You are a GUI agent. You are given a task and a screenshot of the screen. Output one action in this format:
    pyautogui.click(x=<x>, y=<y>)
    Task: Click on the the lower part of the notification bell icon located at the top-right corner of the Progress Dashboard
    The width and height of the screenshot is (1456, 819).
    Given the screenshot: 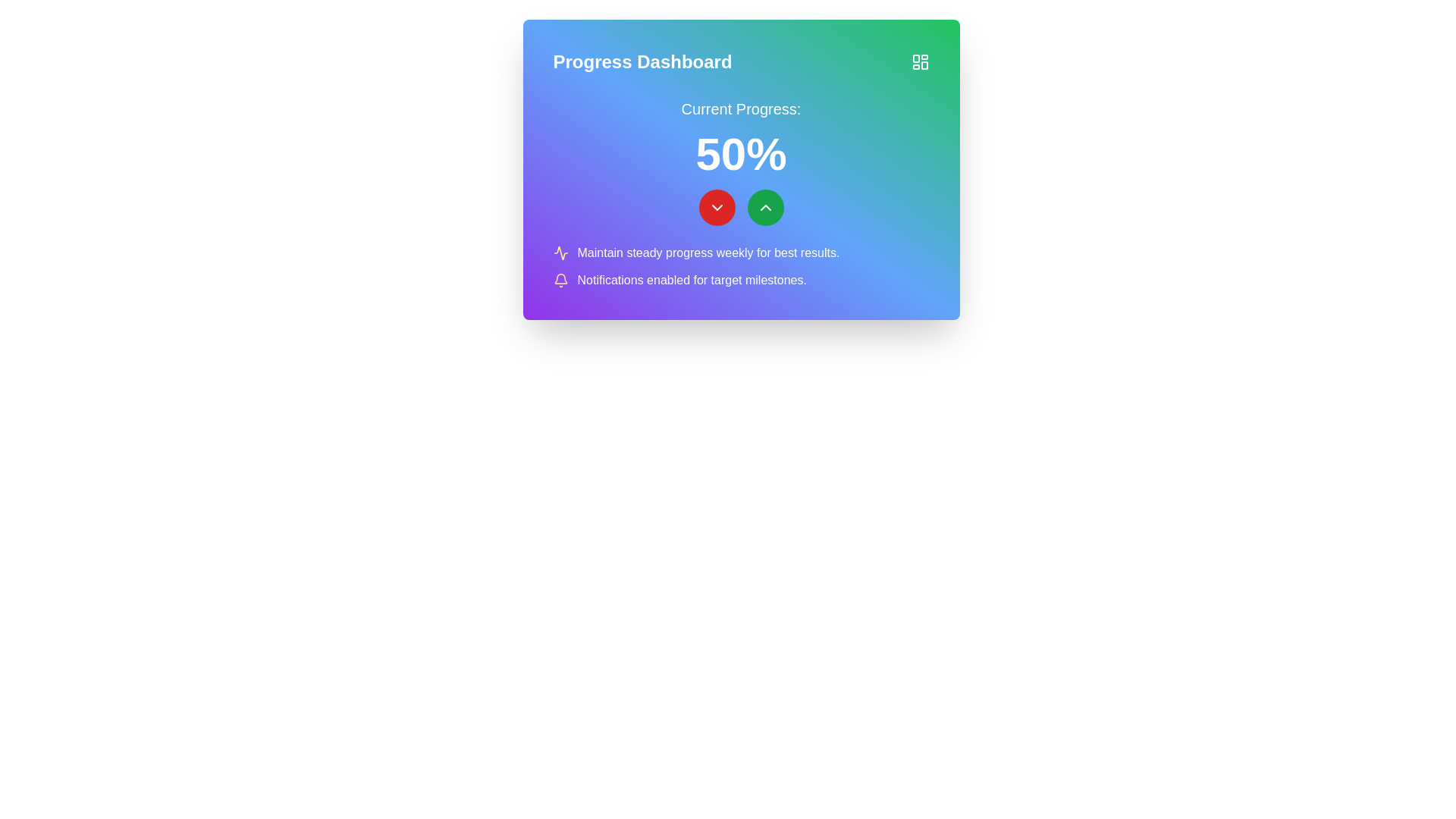 What is the action you would take?
    pyautogui.click(x=560, y=278)
    